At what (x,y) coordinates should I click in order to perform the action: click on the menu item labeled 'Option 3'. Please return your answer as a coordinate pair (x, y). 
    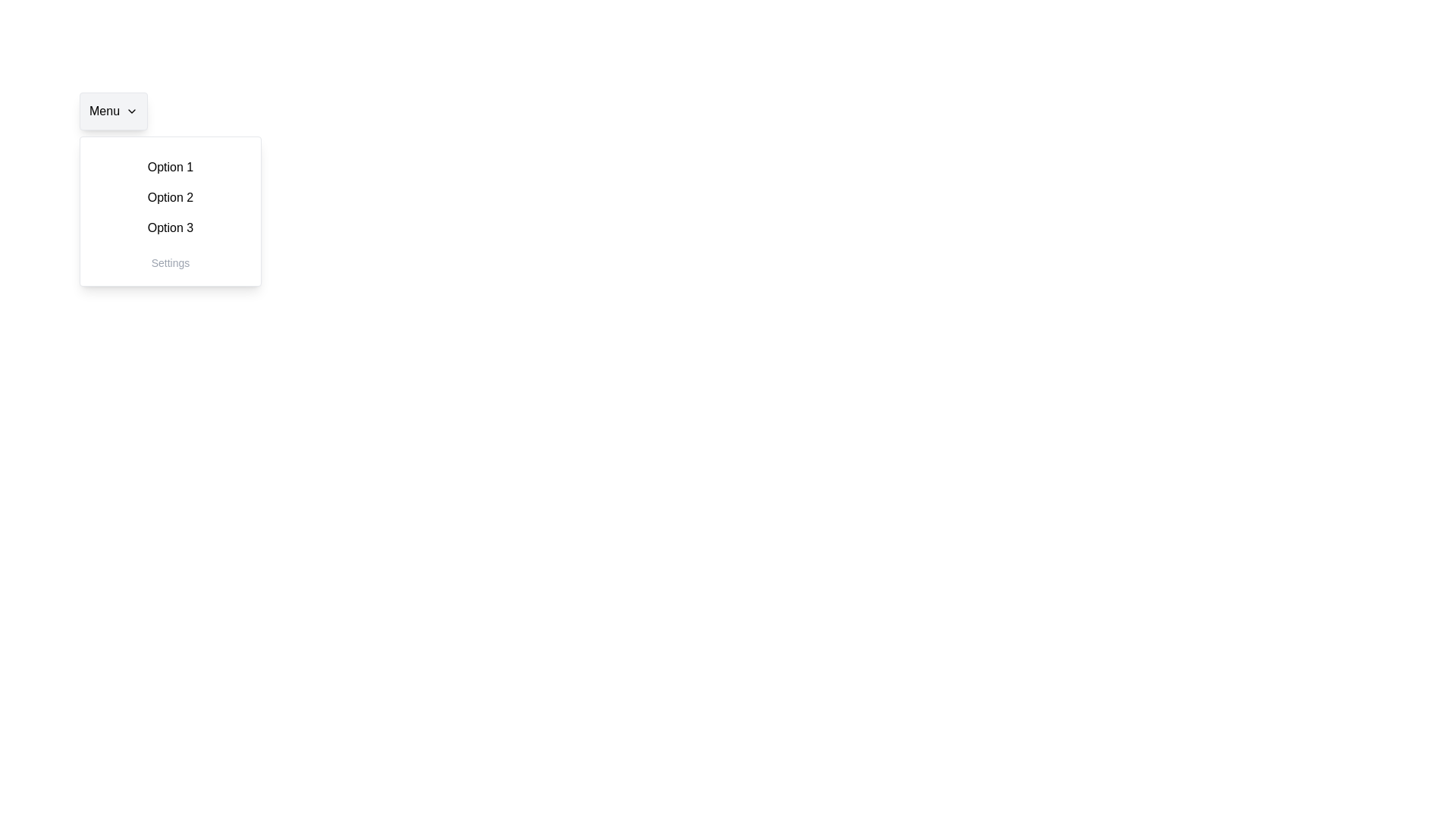
    Looking at the image, I should click on (171, 227).